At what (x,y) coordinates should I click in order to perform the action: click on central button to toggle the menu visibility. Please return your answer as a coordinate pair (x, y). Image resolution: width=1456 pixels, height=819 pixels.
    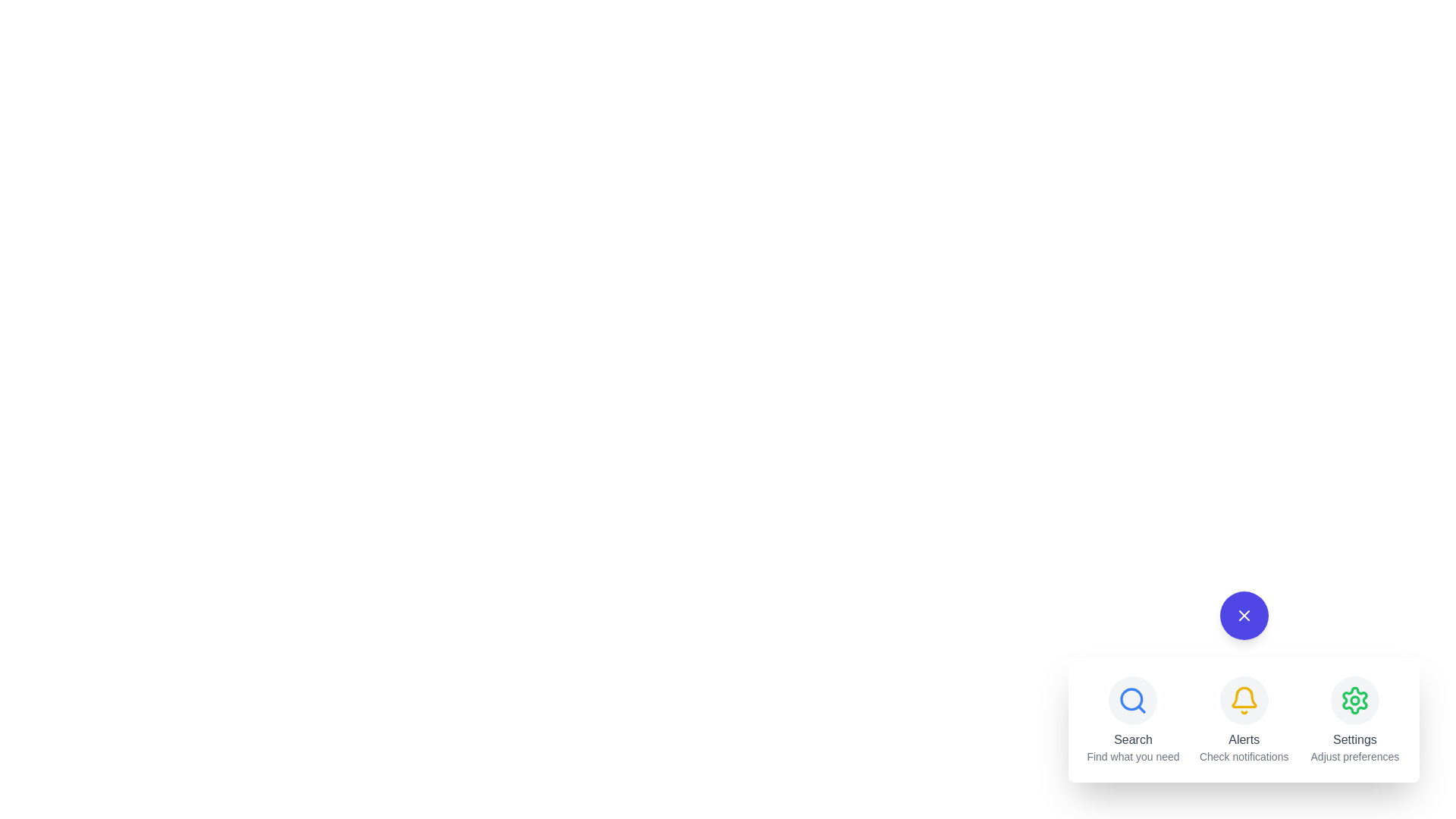
    Looking at the image, I should click on (1244, 616).